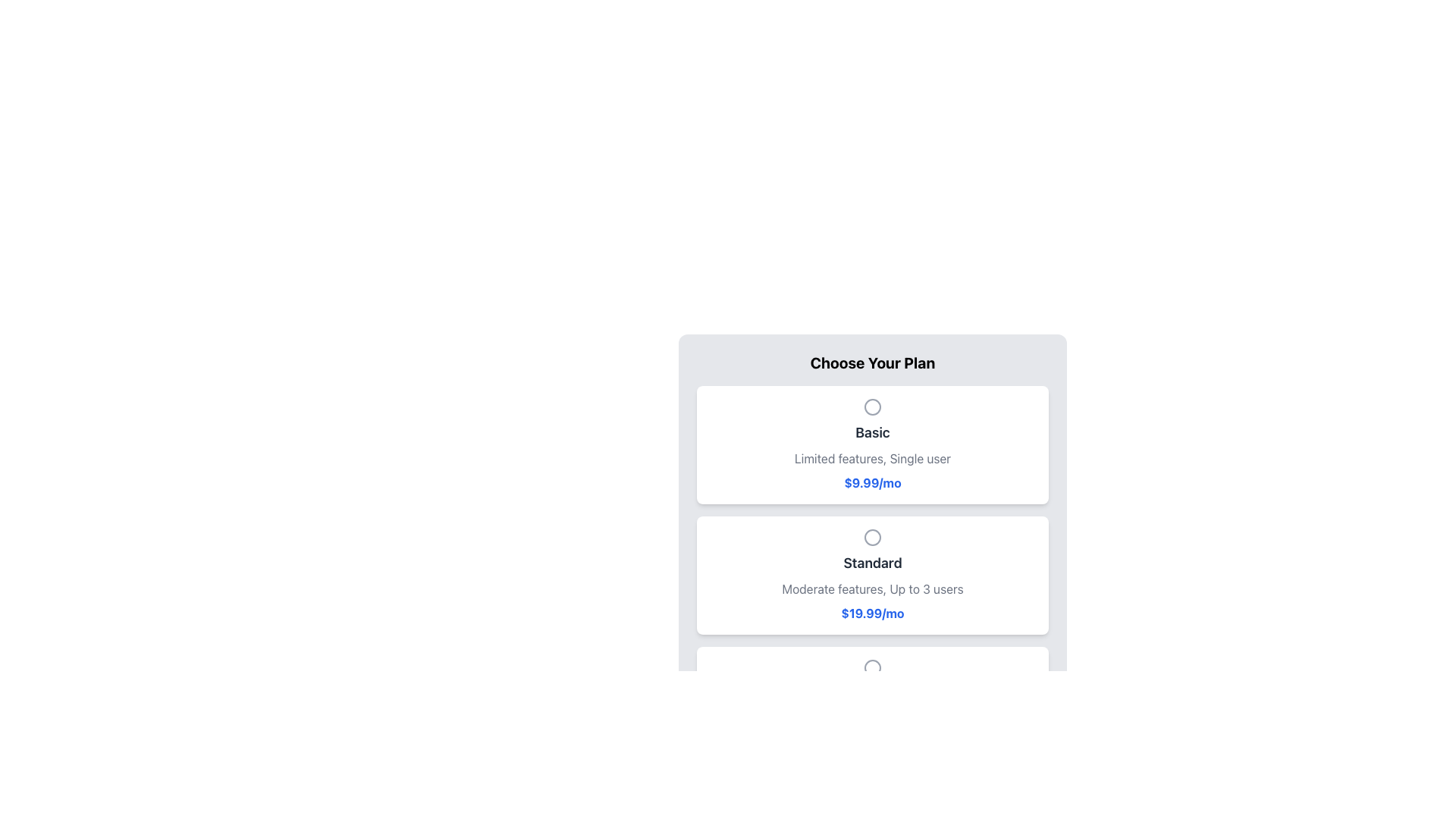  I want to click on the 'Basic' pricing plan title text label, which is a bold text element positioned at the center-top of the selection box, so click(873, 432).